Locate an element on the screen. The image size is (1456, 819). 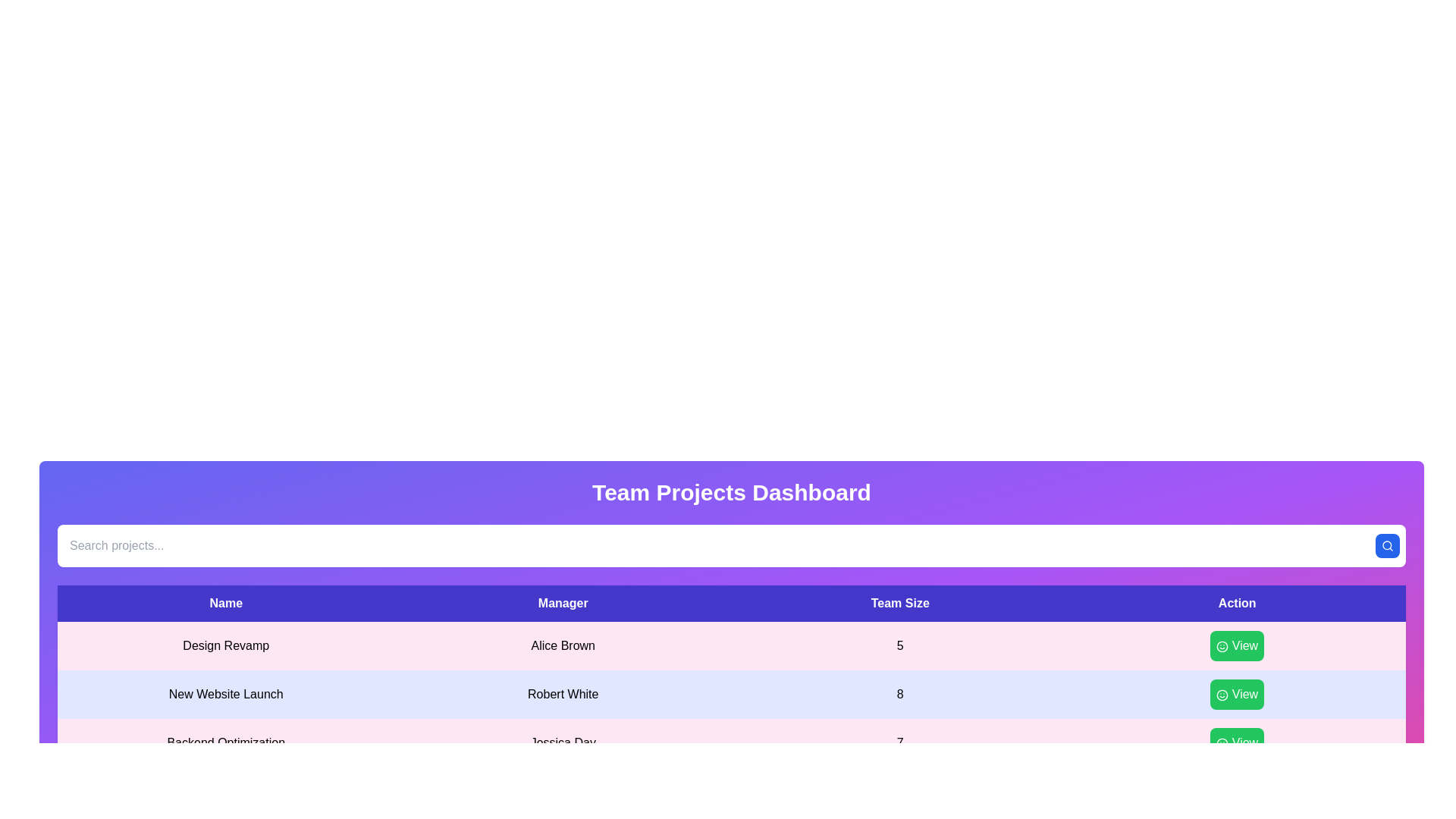
the text label displaying 'Backend Optimization', which is located in the leftmost column of a table under the 'Name' header and has a pink background stripe is located at coordinates (225, 742).